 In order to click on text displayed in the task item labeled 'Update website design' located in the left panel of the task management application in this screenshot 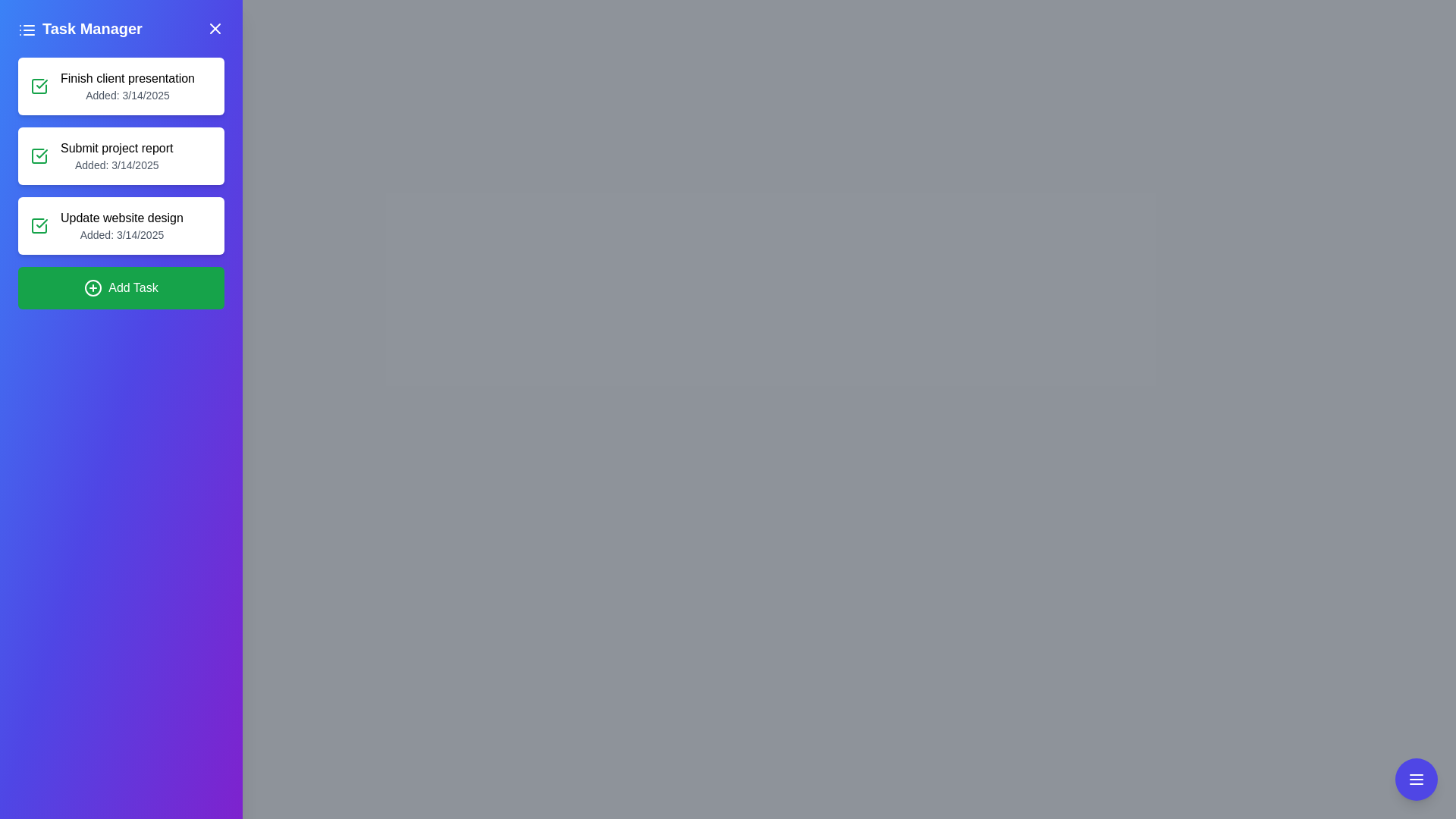, I will do `click(121, 225)`.